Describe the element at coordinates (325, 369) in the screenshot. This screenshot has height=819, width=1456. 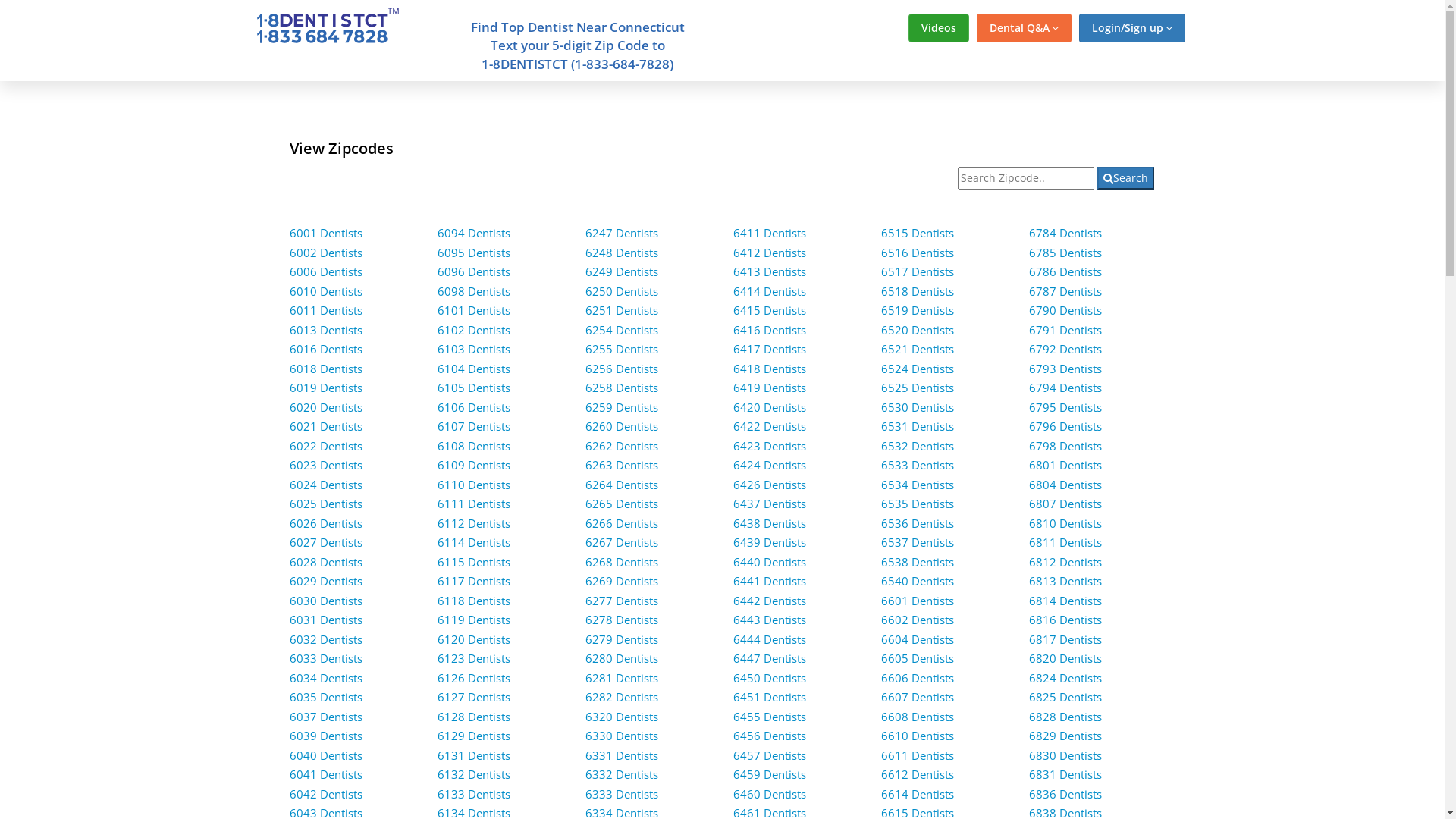
I see `'6018 Dentists'` at that location.